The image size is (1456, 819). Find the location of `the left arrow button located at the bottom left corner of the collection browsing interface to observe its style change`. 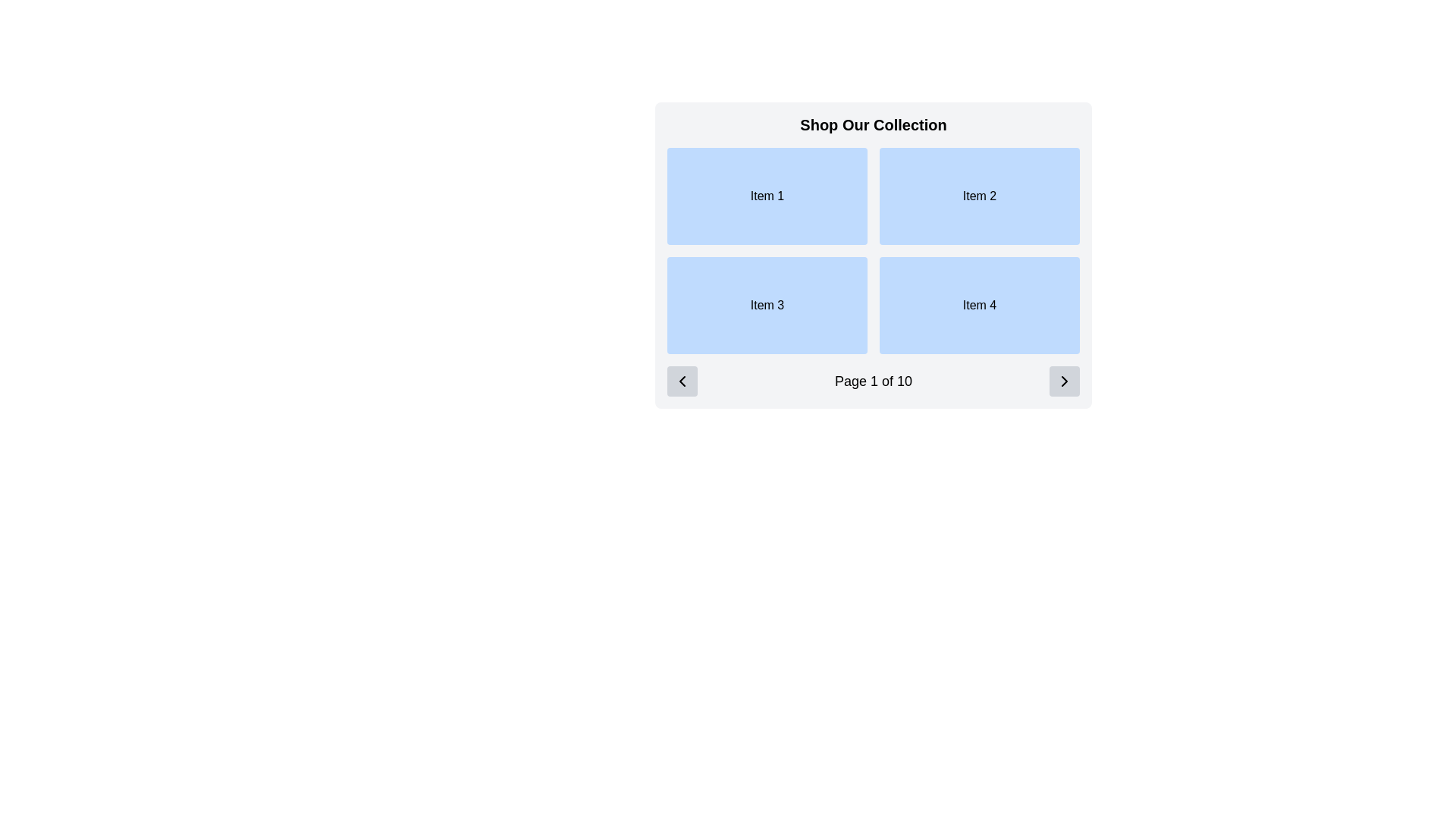

the left arrow button located at the bottom left corner of the collection browsing interface to observe its style change is located at coordinates (682, 380).